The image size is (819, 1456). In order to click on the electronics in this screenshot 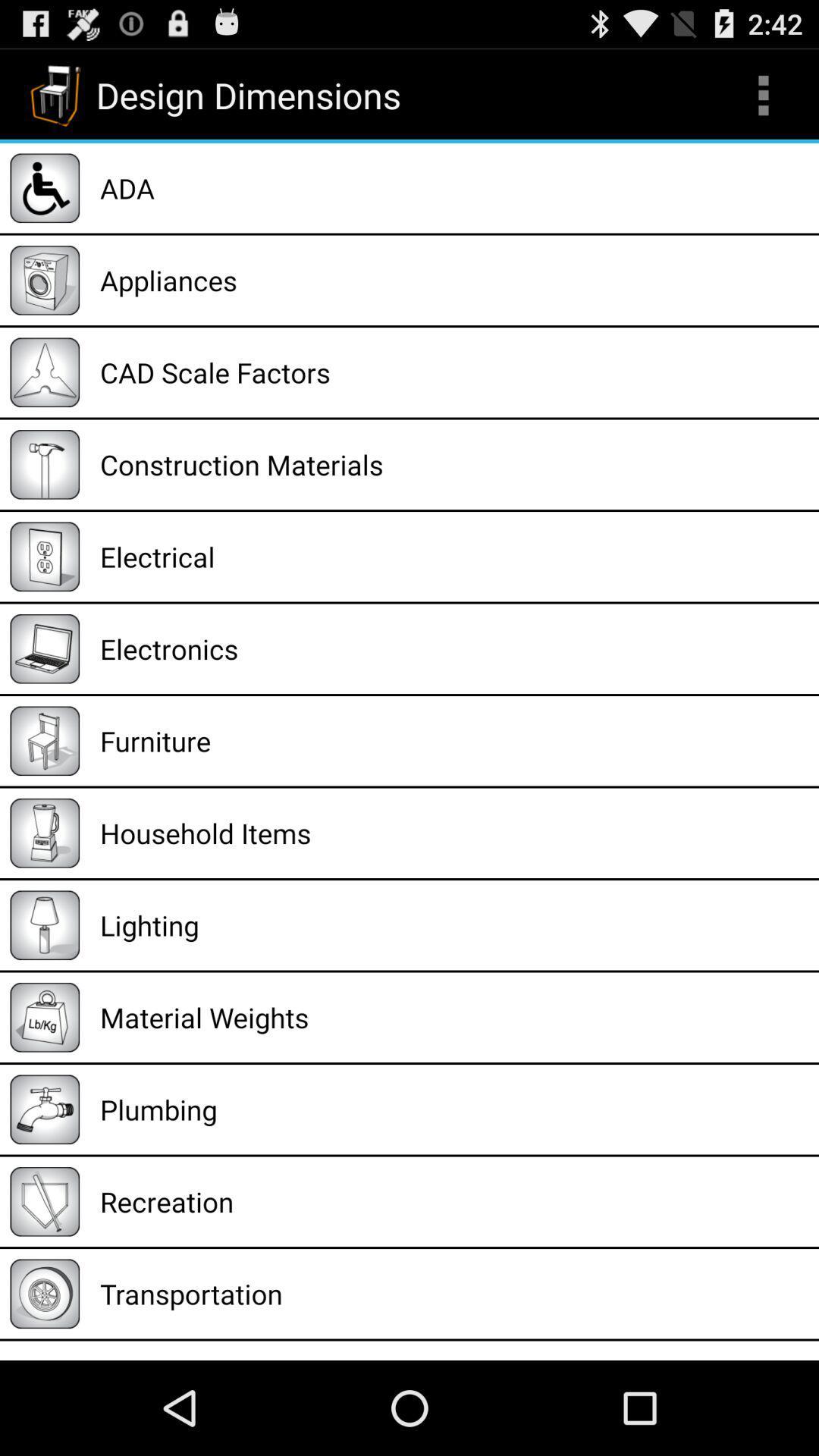, I will do `click(453, 648)`.